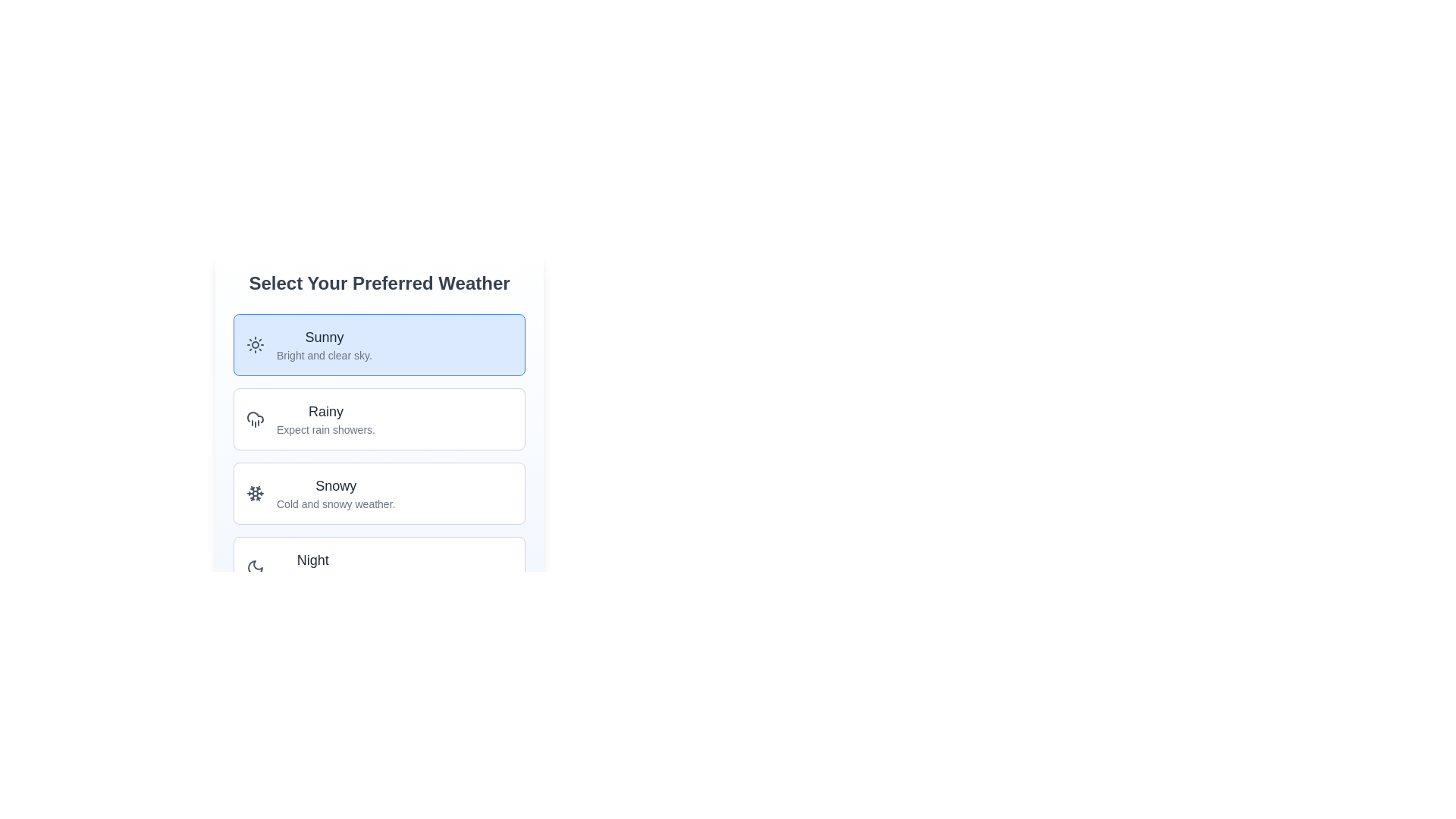  Describe the element at coordinates (253, 497) in the screenshot. I see `the fifth sub-element of the snowflake icon within the SVG graphic, located next to the 'Snowy' option in the weather preference selection interface` at that location.